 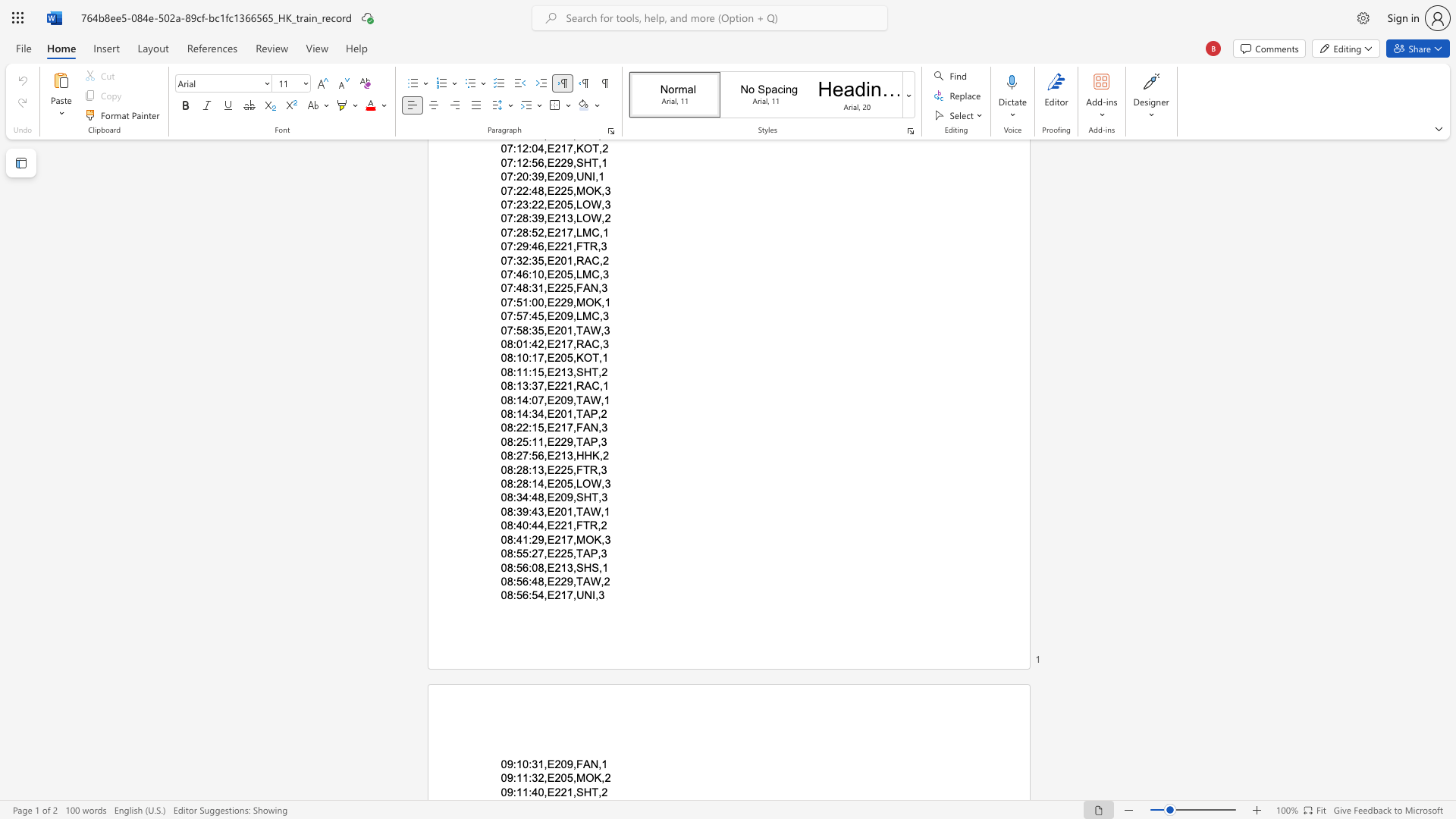 I want to click on the space between the continuous character "," and "F" in the text, so click(x=576, y=525).